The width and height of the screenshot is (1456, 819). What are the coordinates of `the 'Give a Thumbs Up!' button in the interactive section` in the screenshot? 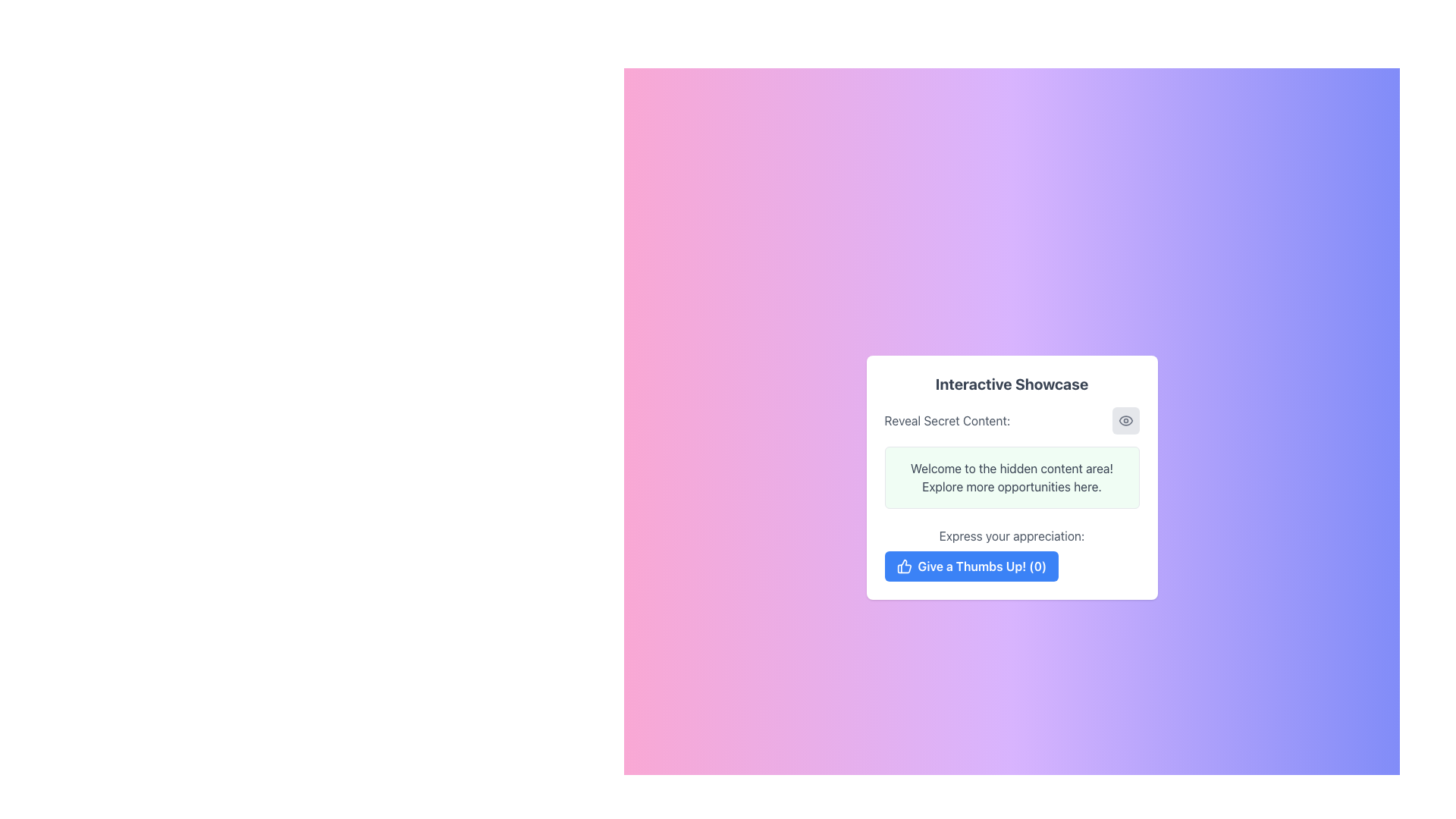 It's located at (1012, 554).